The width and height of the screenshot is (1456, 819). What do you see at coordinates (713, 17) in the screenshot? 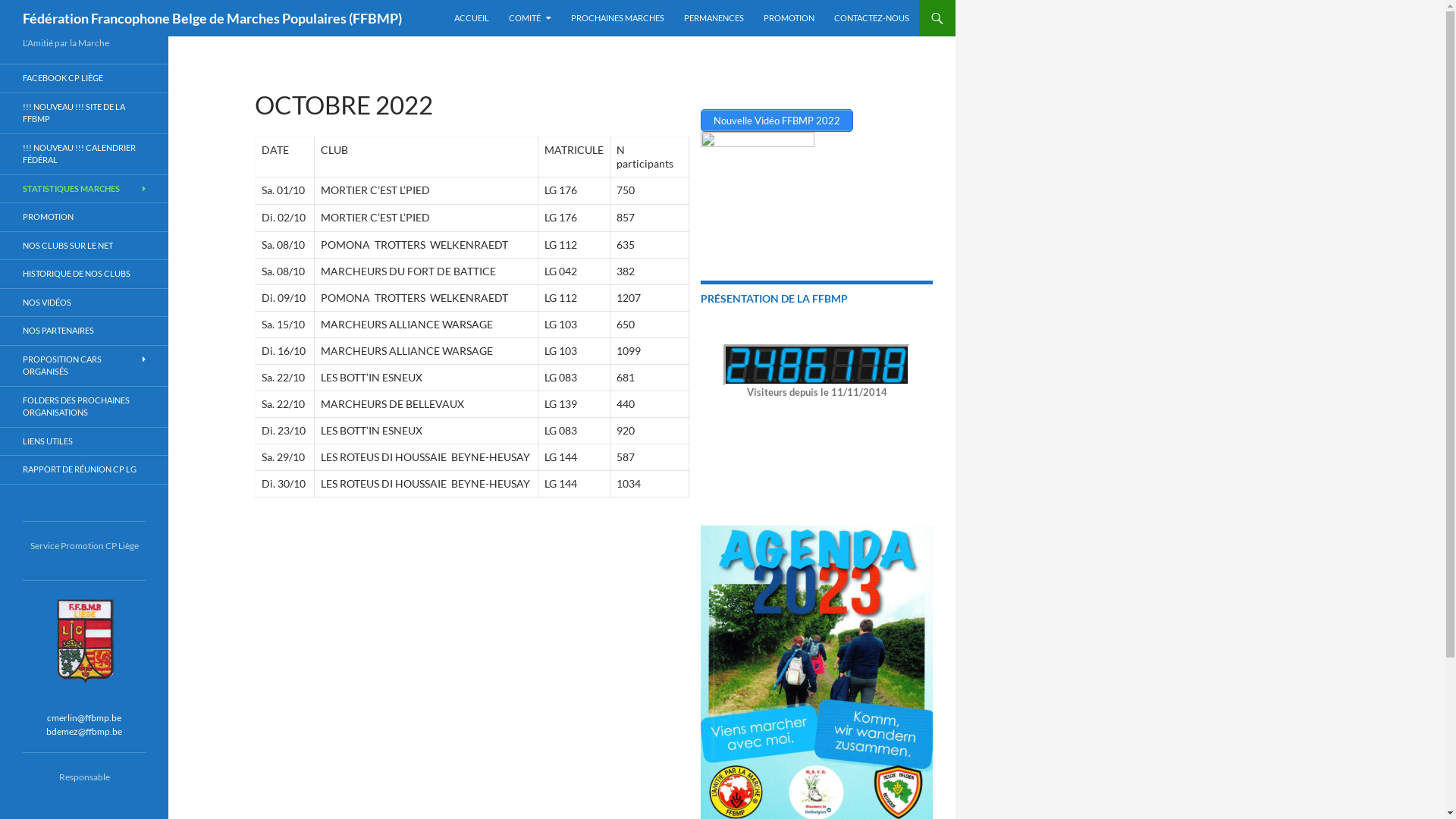
I see `'PERMANENCES'` at bounding box center [713, 17].